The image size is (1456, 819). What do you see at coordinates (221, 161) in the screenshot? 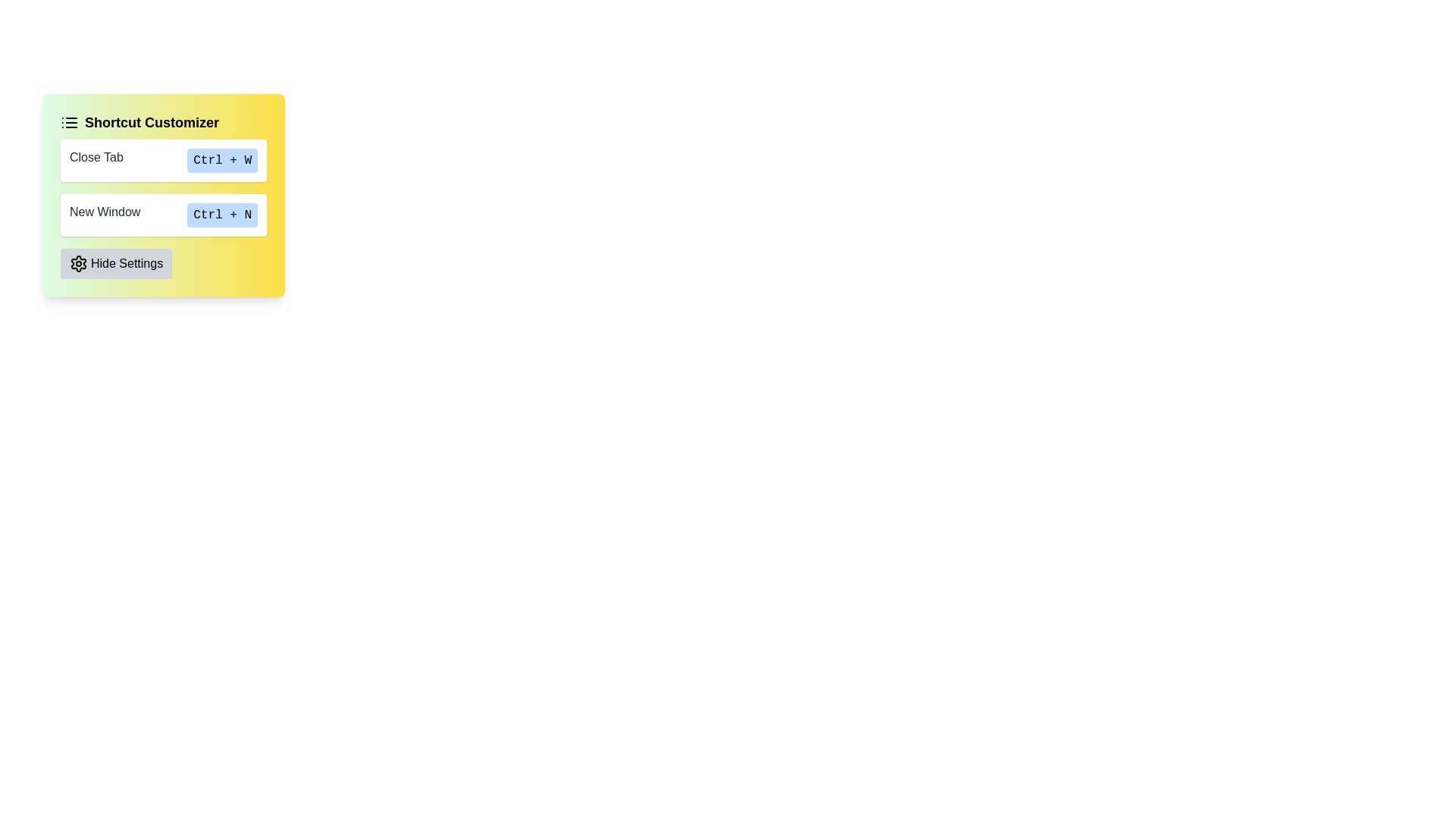
I see `the rectangular button-like component with rounded corners and light blue background that contains the text 'Ctrl + W'` at bounding box center [221, 161].